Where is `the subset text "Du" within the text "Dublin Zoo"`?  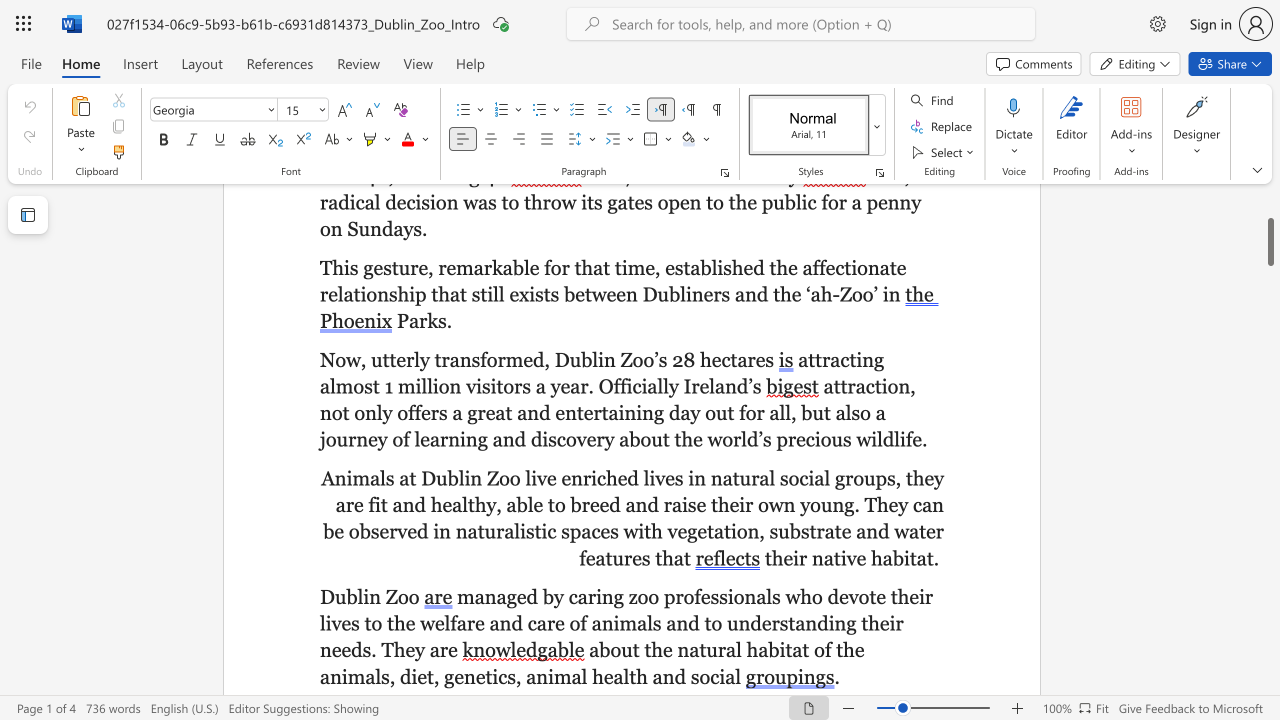
the subset text "Du" within the text "Dublin Zoo" is located at coordinates (320, 595).